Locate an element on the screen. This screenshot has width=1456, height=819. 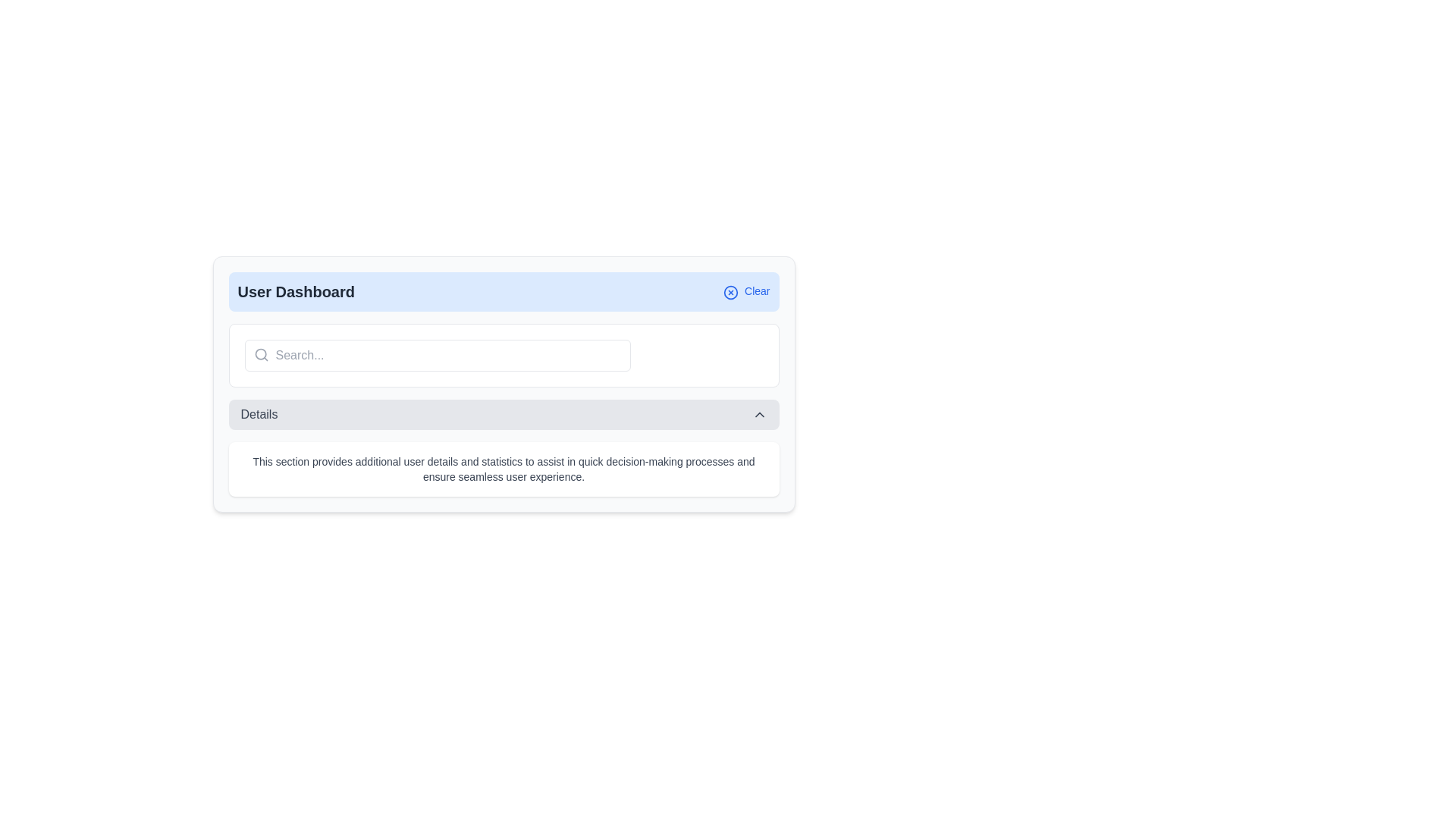
the 'Clear' link styled as a button located in the blue header bar of the 'User Dashboard' to initiate the clear action is located at coordinates (746, 292).